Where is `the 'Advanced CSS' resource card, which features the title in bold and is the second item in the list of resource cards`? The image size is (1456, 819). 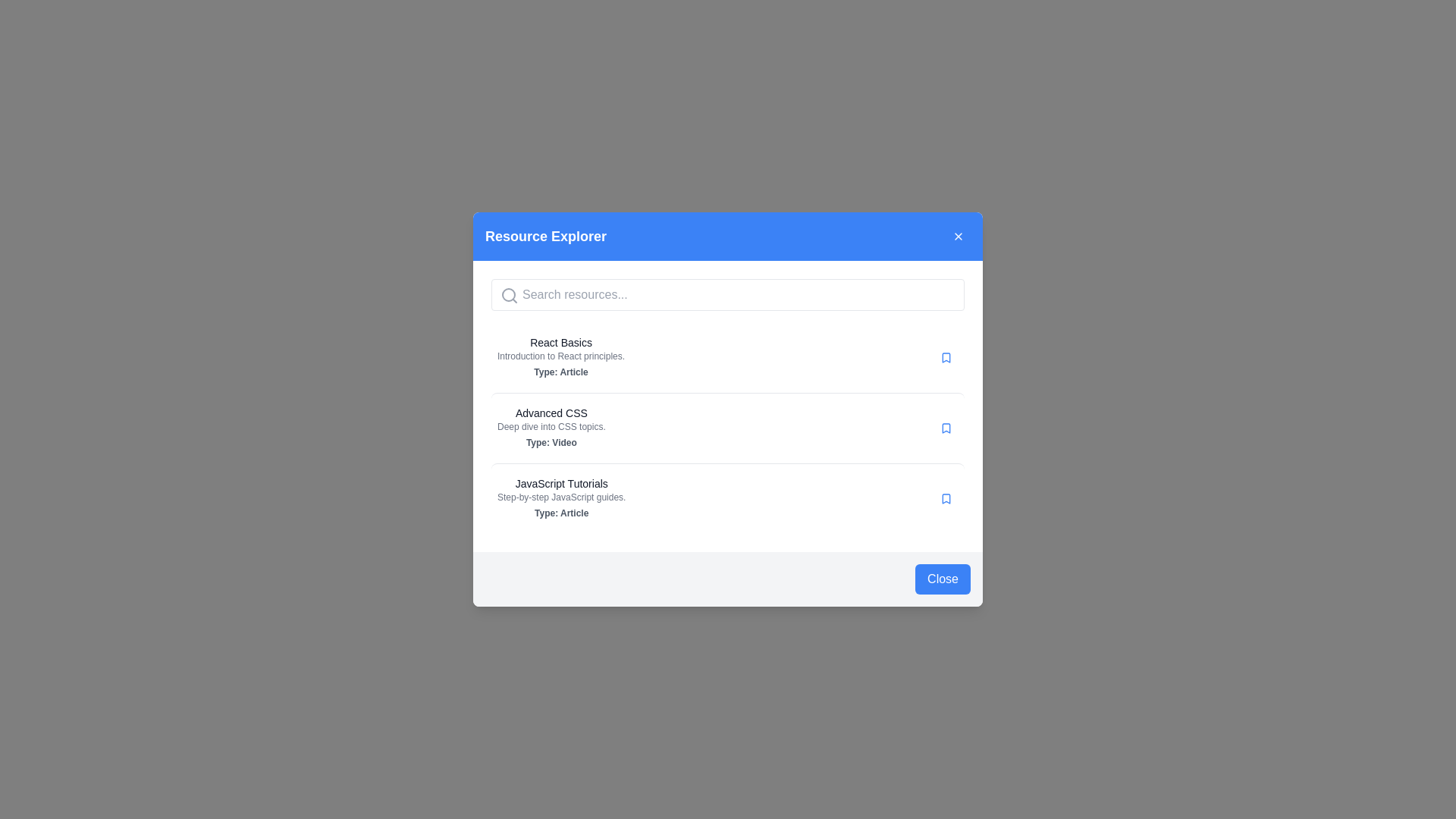
the 'Advanced CSS' resource card, which features the title in bold and is the second item in the list of resource cards is located at coordinates (551, 428).